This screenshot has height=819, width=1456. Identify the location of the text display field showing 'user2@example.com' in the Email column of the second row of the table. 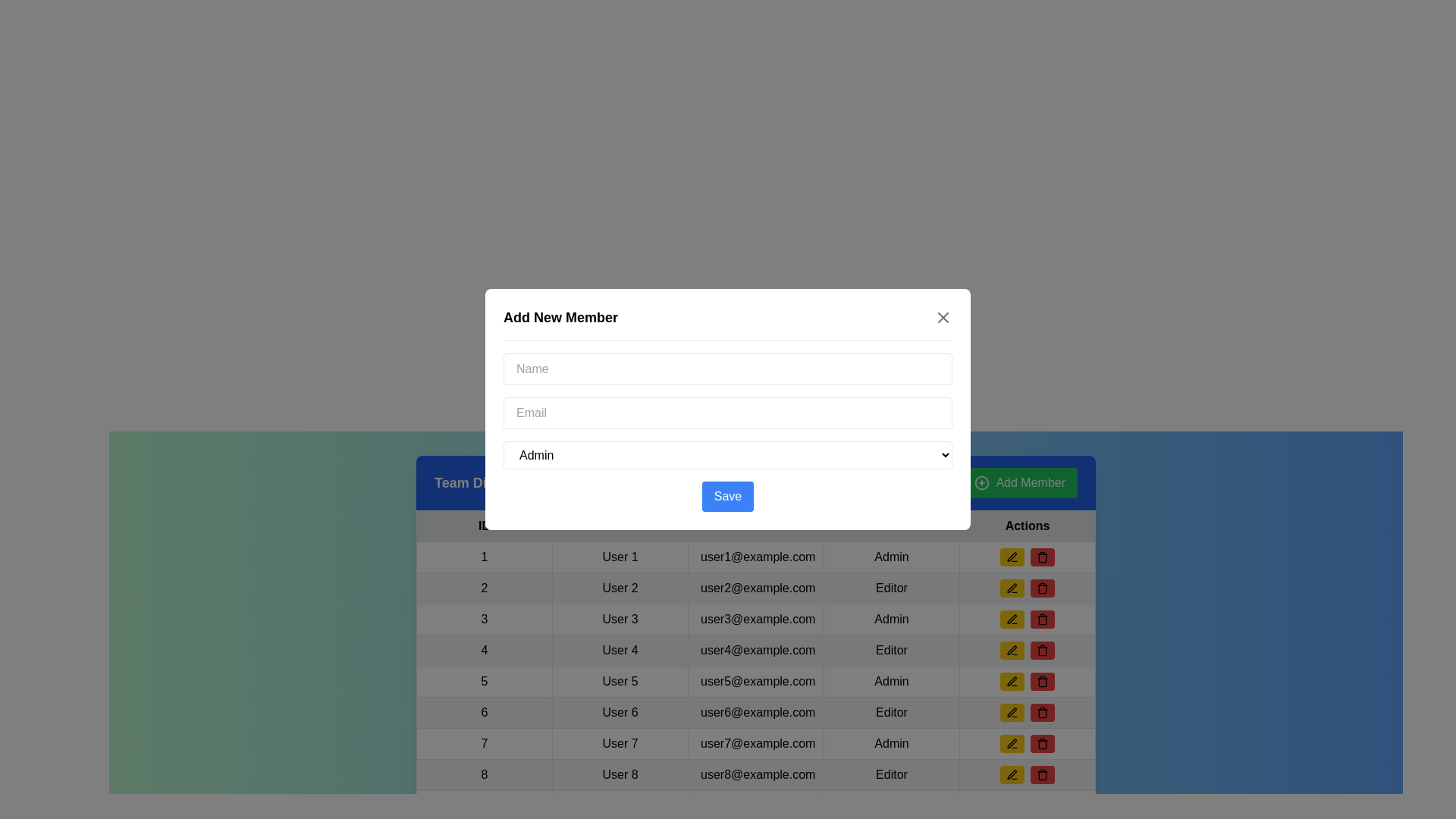
(756, 587).